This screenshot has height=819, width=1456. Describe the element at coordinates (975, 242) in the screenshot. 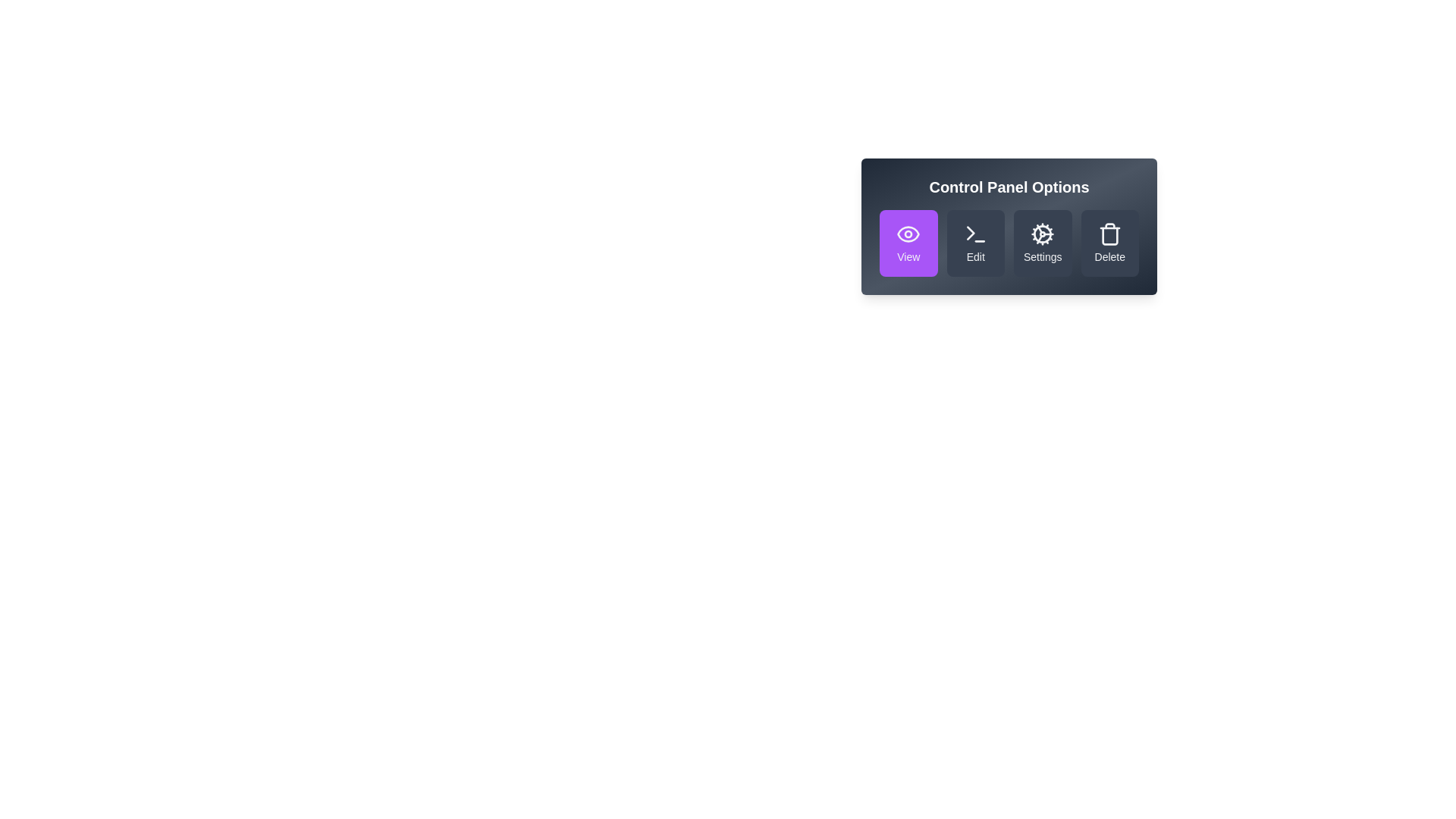

I see `the 'Edit' button` at that location.